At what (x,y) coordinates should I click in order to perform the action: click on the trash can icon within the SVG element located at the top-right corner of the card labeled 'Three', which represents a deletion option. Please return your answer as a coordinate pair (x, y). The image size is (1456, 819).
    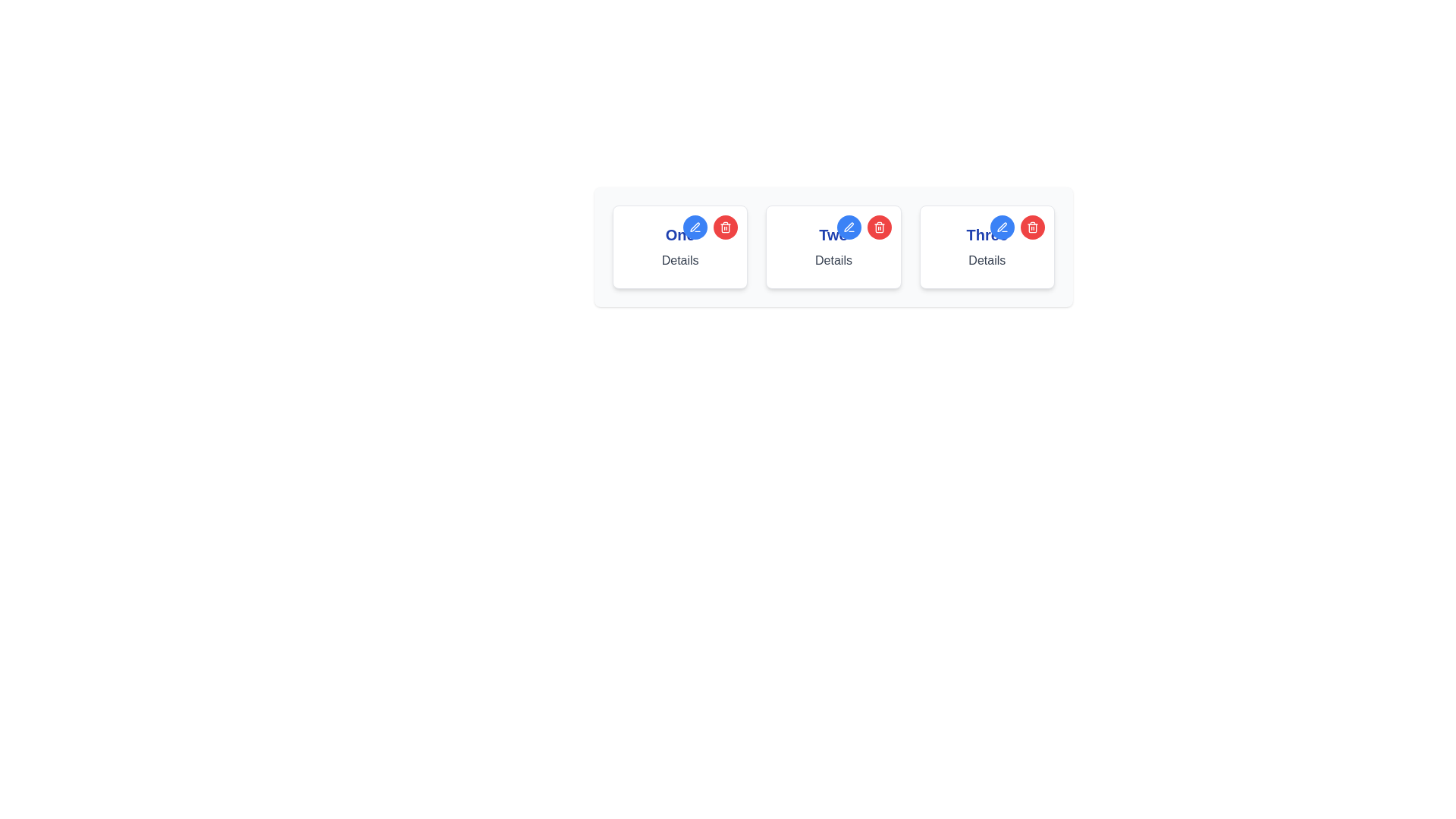
    Looking at the image, I should click on (1032, 228).